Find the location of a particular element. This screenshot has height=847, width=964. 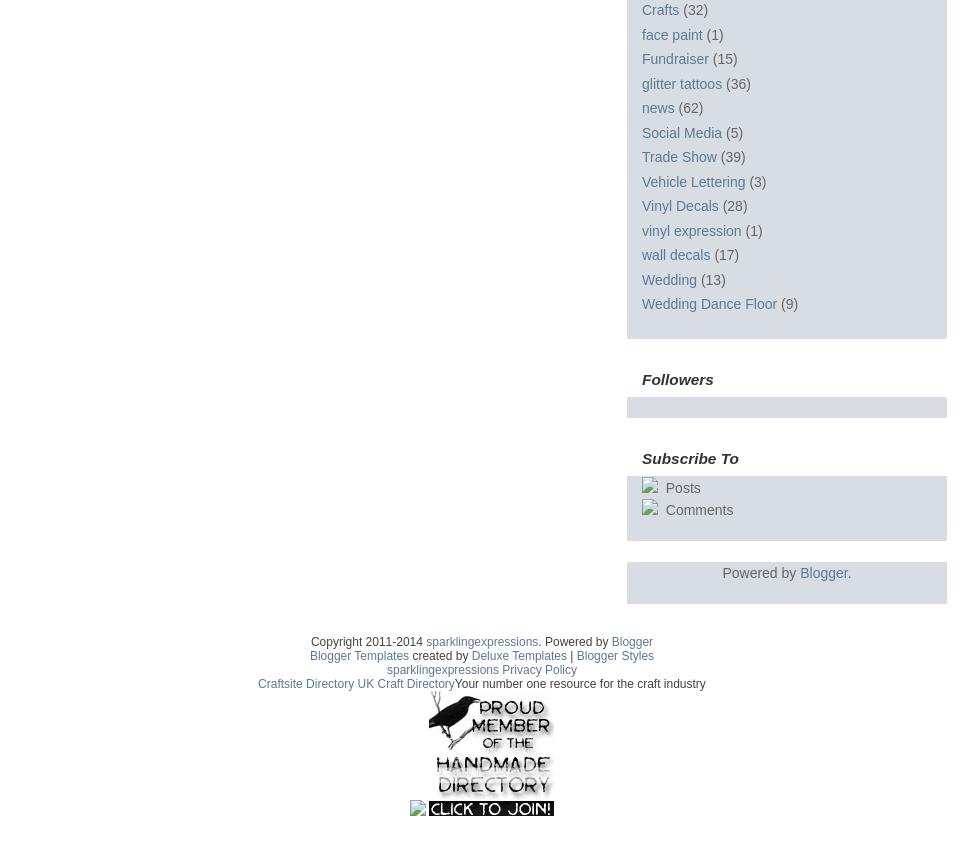

'(15)' is located at coordinates (723, 58).